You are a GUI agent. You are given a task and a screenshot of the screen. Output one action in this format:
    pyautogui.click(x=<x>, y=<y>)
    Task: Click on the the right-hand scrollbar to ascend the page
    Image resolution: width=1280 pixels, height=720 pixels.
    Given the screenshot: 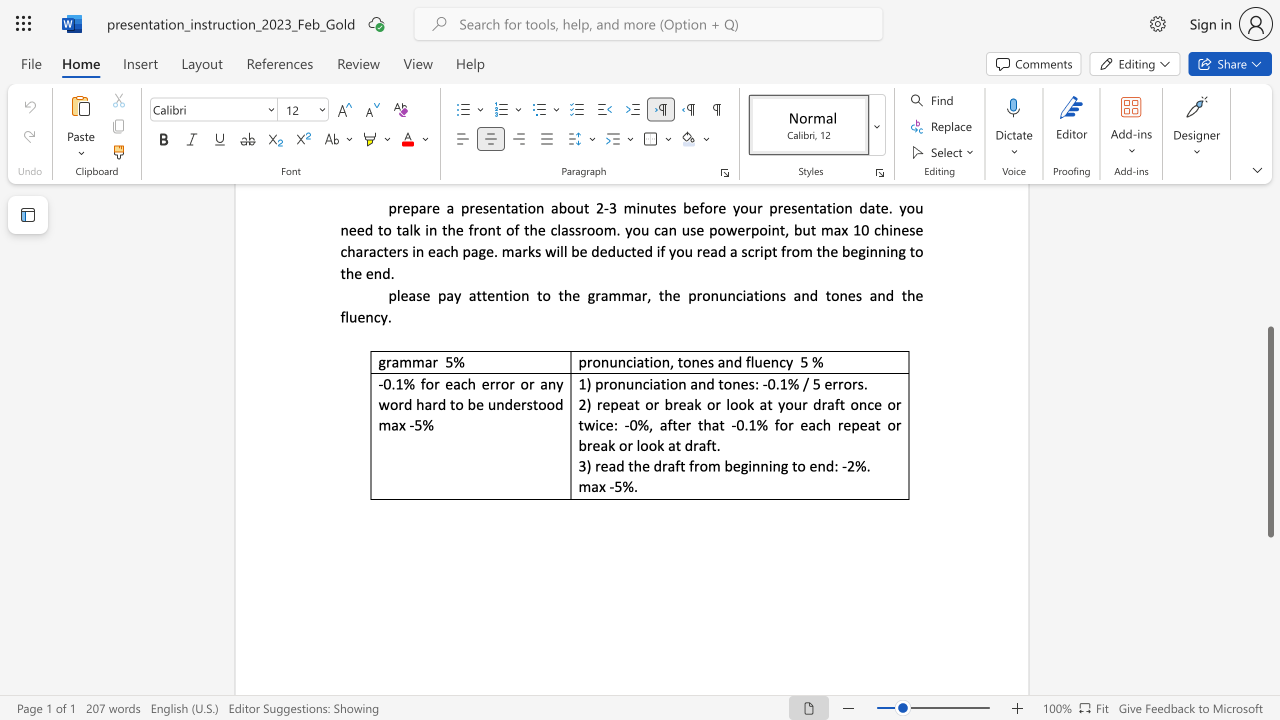 What is the action you would take?
    pyautogui.click(x=1269, y=300)
    